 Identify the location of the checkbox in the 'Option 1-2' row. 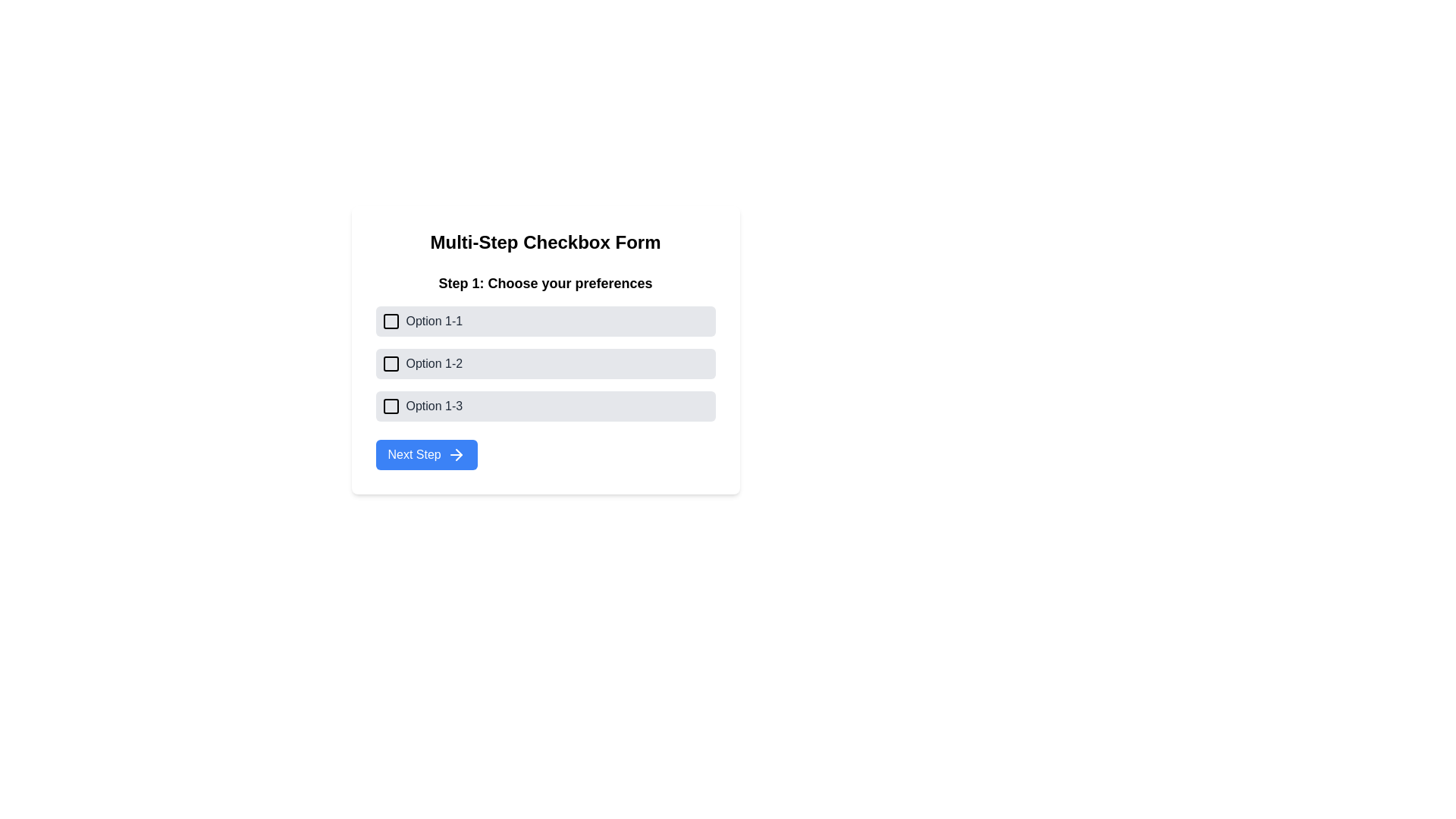
(545, 371).